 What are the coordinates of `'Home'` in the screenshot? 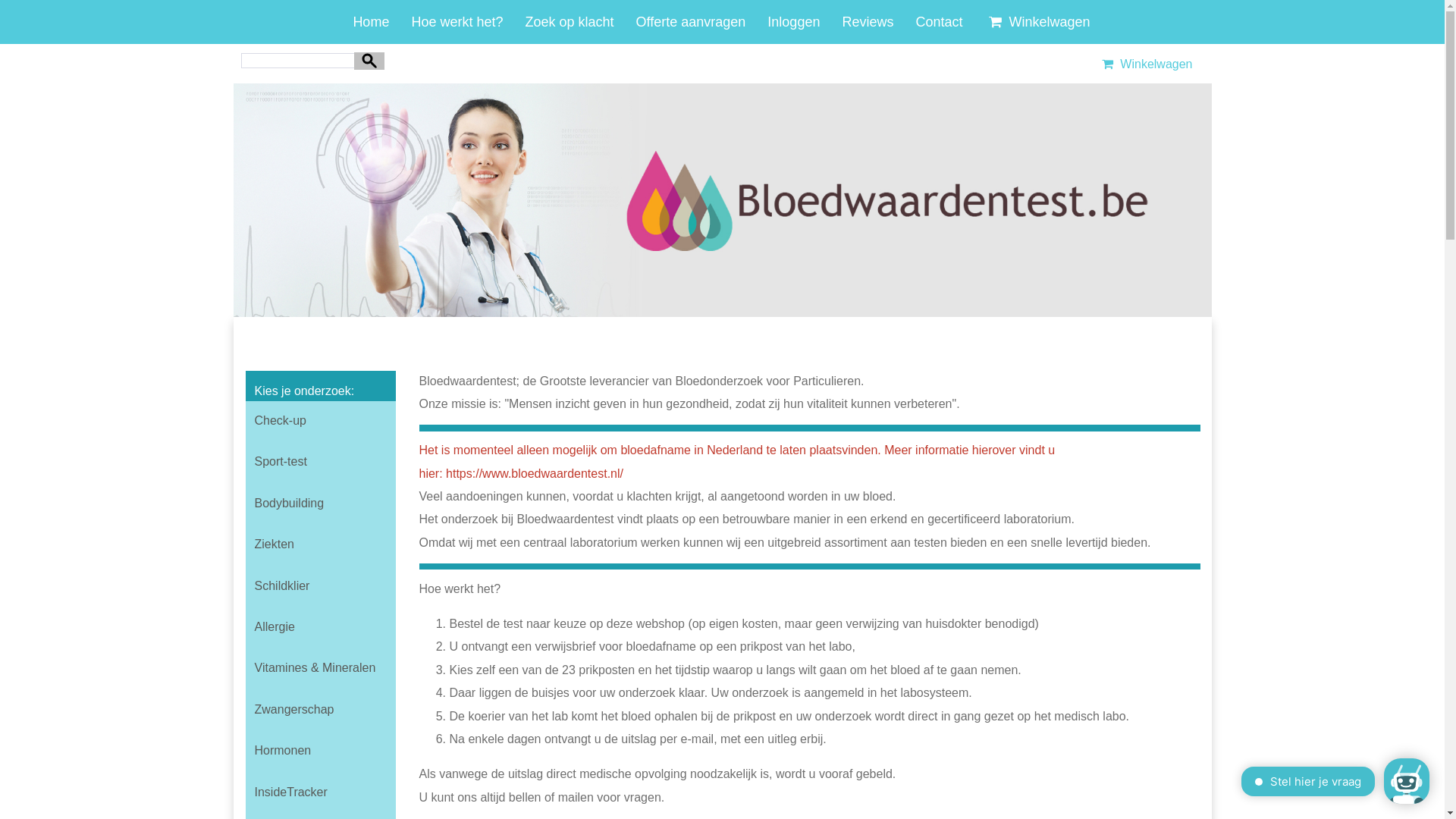 It's located at (371, 22).